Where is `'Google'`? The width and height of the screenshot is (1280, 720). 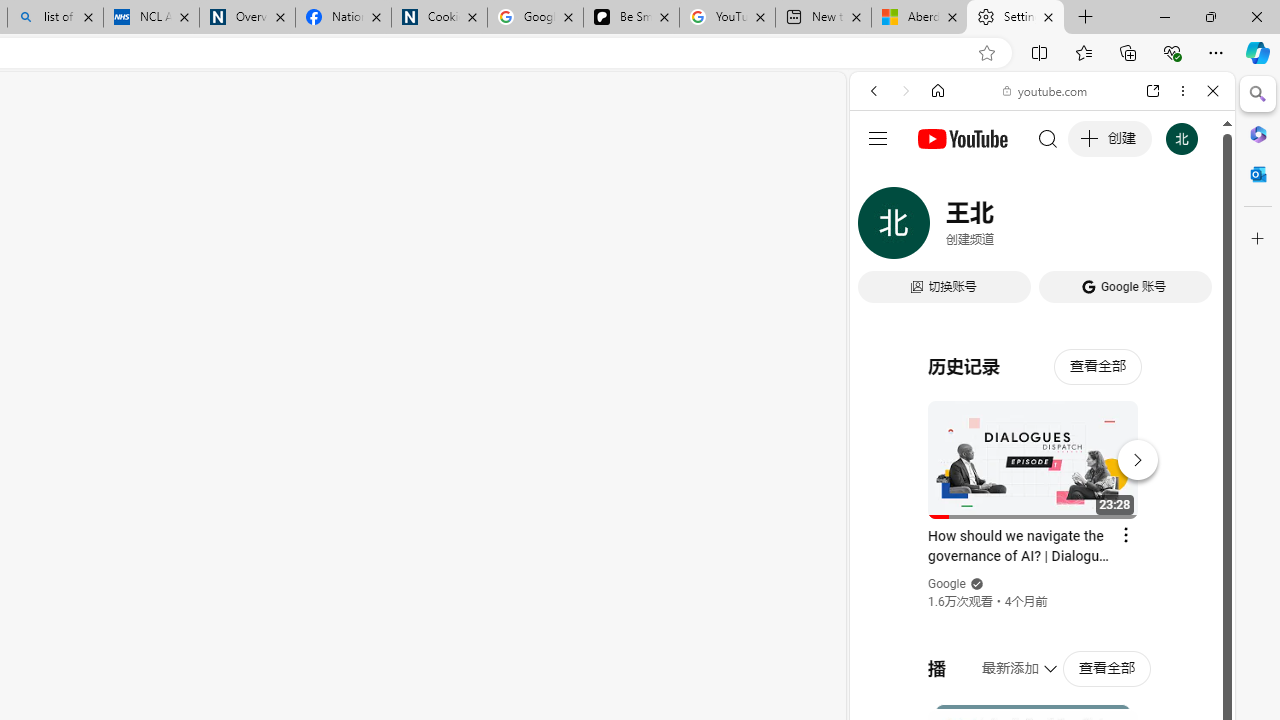 'Google' is located at coordinates (946, 584).